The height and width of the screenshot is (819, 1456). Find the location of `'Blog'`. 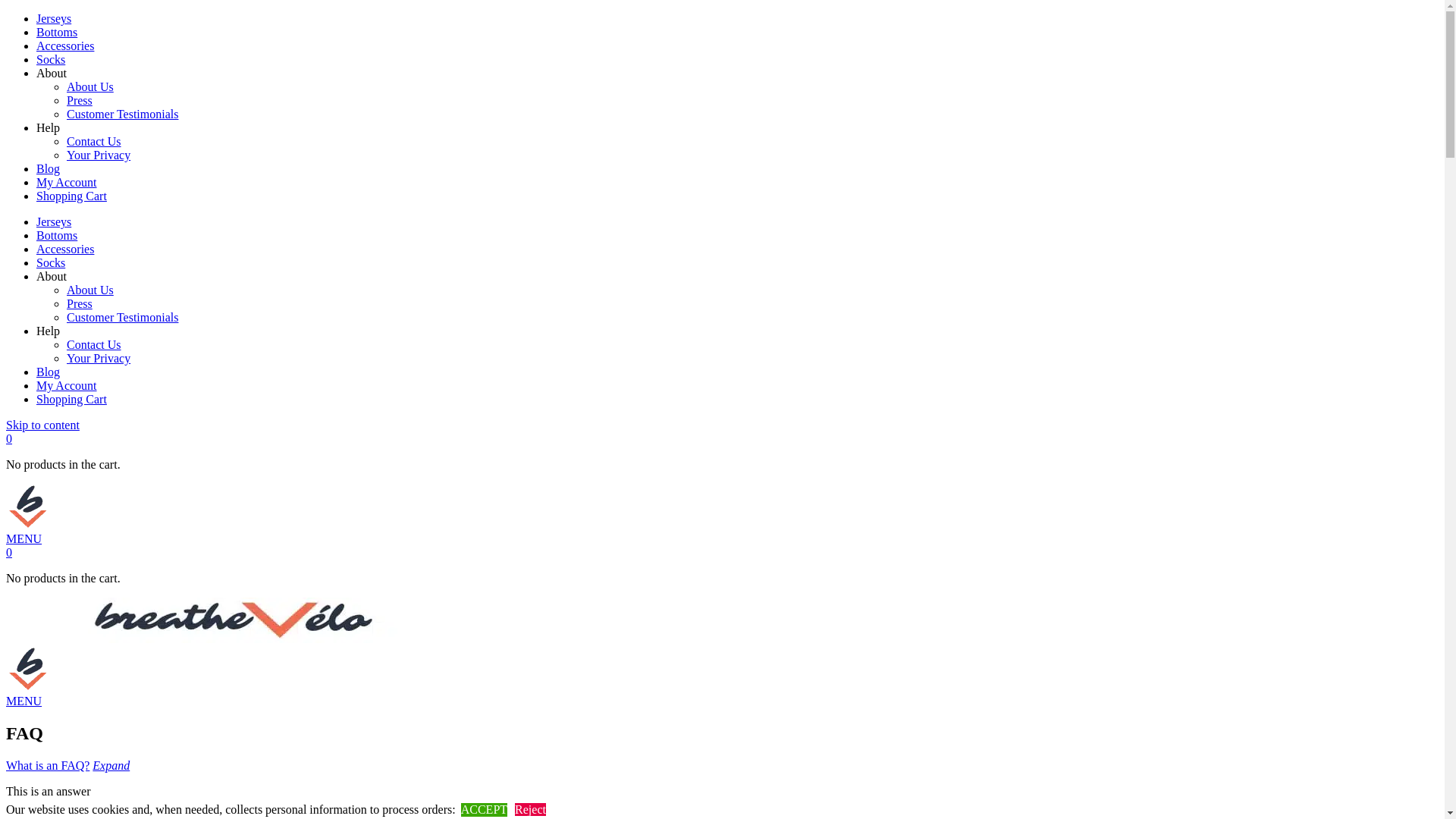

'Blog' is located at coordinates (48, 372).